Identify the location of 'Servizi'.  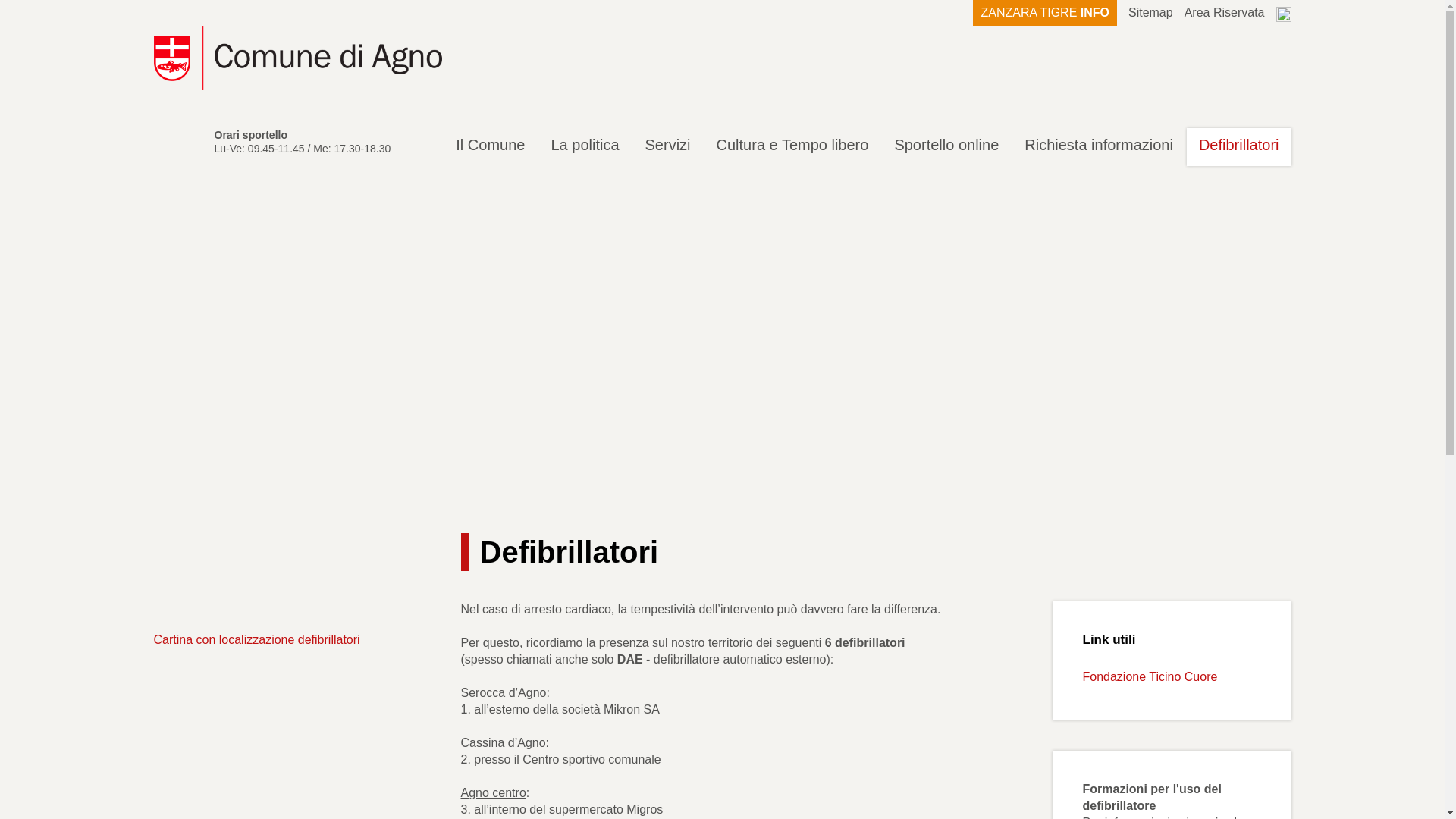
(667, 146).